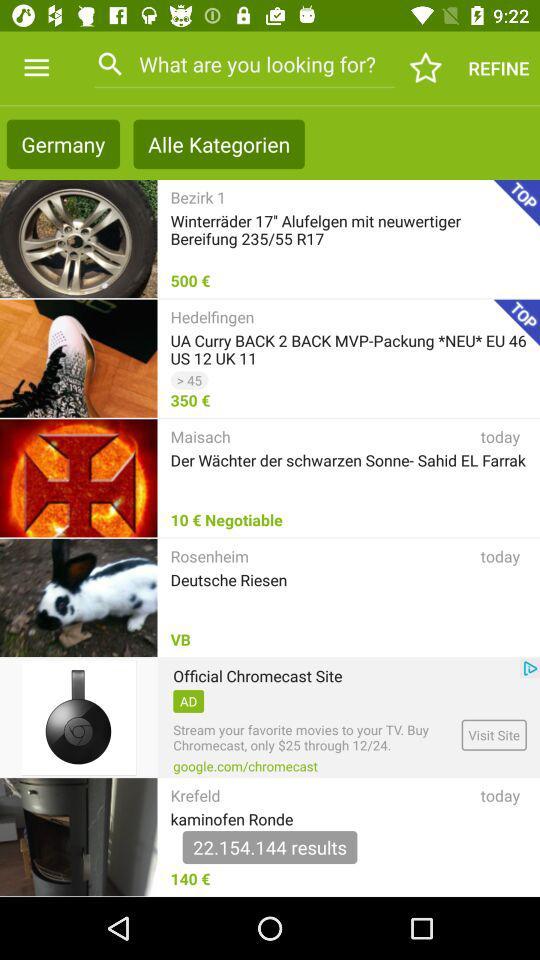  I want to click on icon on the right side of official chromecast site, so click(530, 668).